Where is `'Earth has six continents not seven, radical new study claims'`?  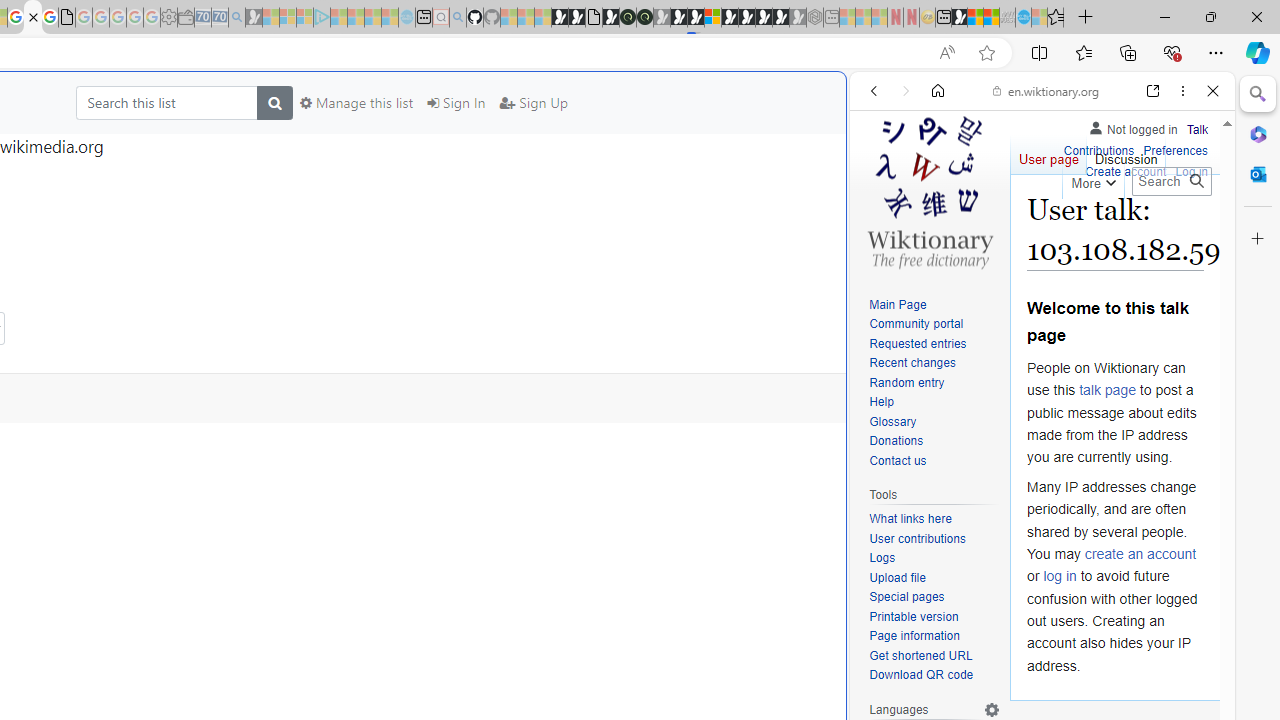 'Earth has six continents not seven, radical new study claims' is located at coordinates (992, 17).